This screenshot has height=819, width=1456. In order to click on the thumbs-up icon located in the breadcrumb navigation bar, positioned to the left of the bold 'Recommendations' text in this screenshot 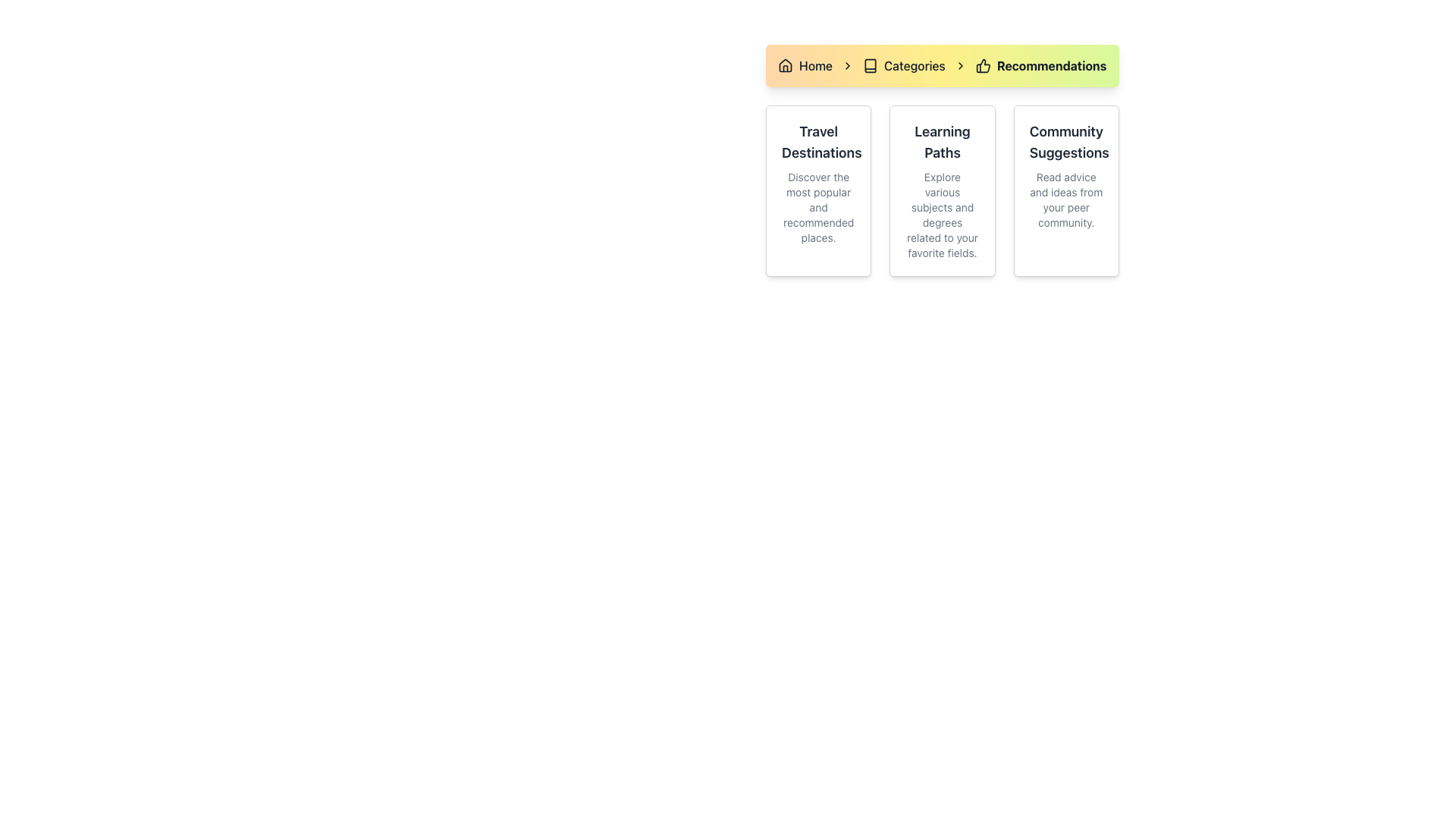, I will do `click(983, 65)`.